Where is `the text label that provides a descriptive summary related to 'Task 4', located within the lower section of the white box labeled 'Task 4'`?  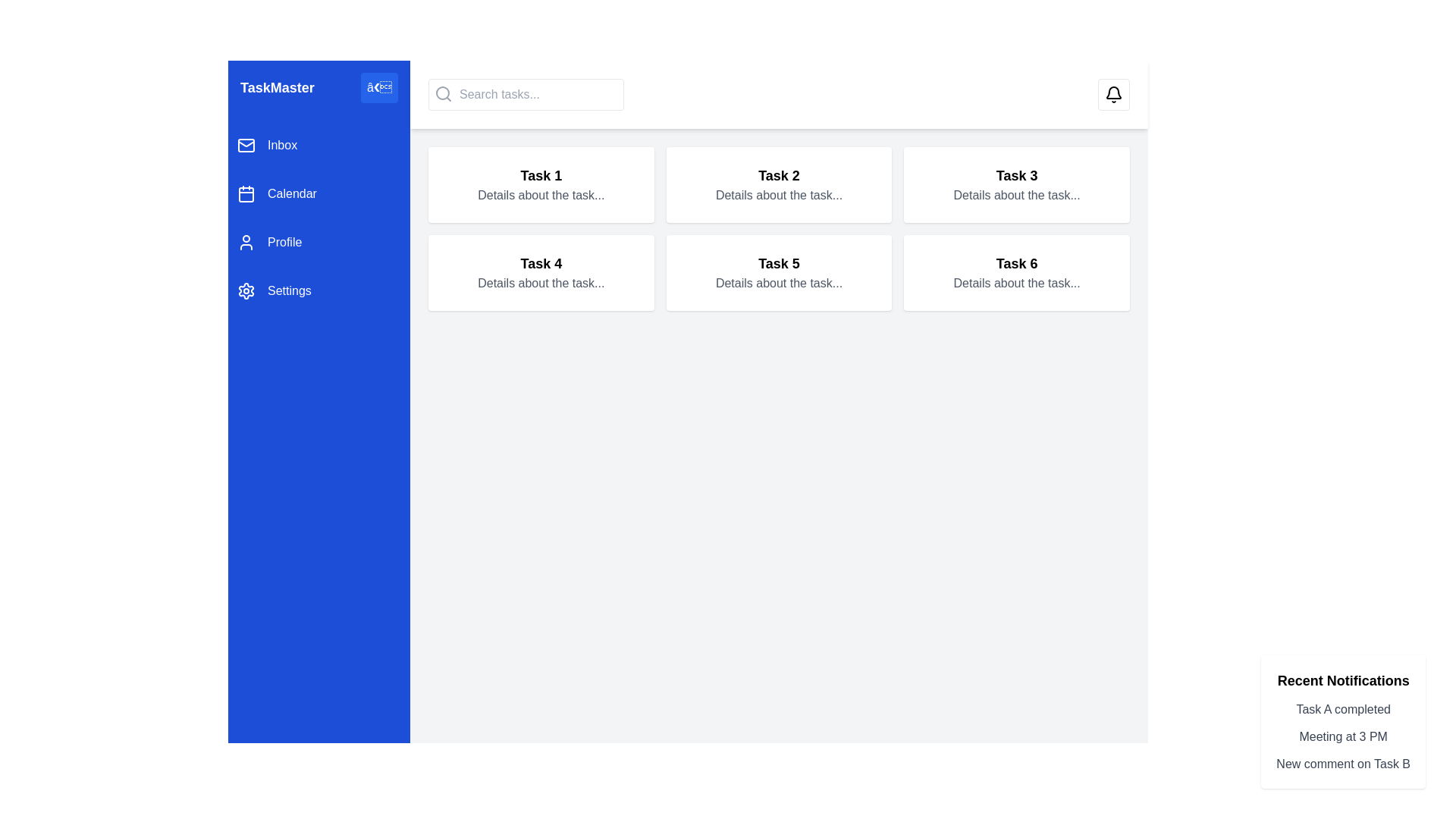 the text label that provides a descriptive summary related to 'Task 4', located within the lower section of the white box labeled 'Task 4' is located at coordinates (541, 284).